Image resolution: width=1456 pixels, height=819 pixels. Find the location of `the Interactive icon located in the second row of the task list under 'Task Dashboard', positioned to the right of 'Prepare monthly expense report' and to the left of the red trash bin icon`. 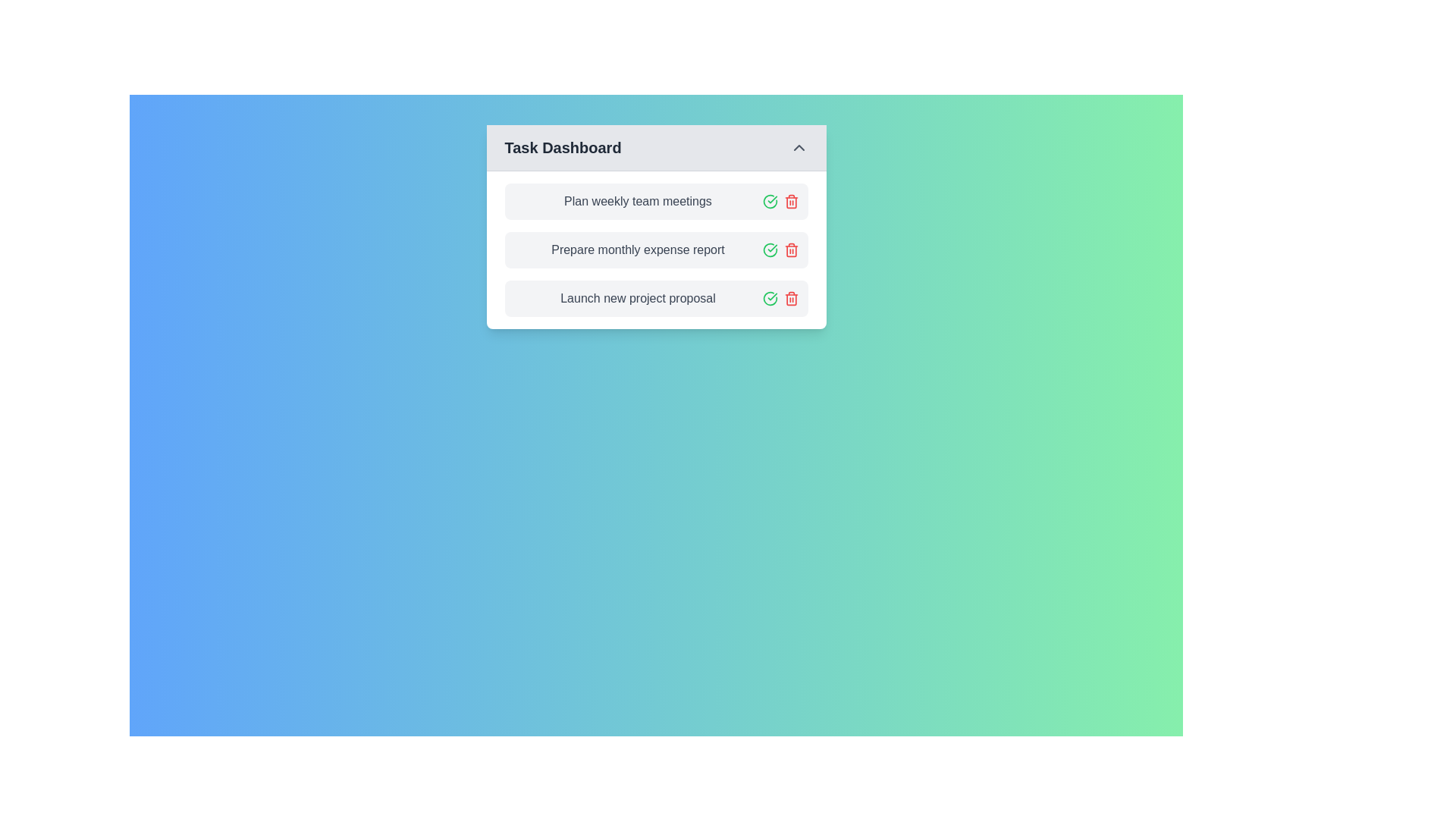

the Interactive icon located in the second row of the task list under 'Task Dashboard', positioned to the right of 'Prepare monthly expense report' and to the left of the red trash bin icon is located at coordinates (770, 201).